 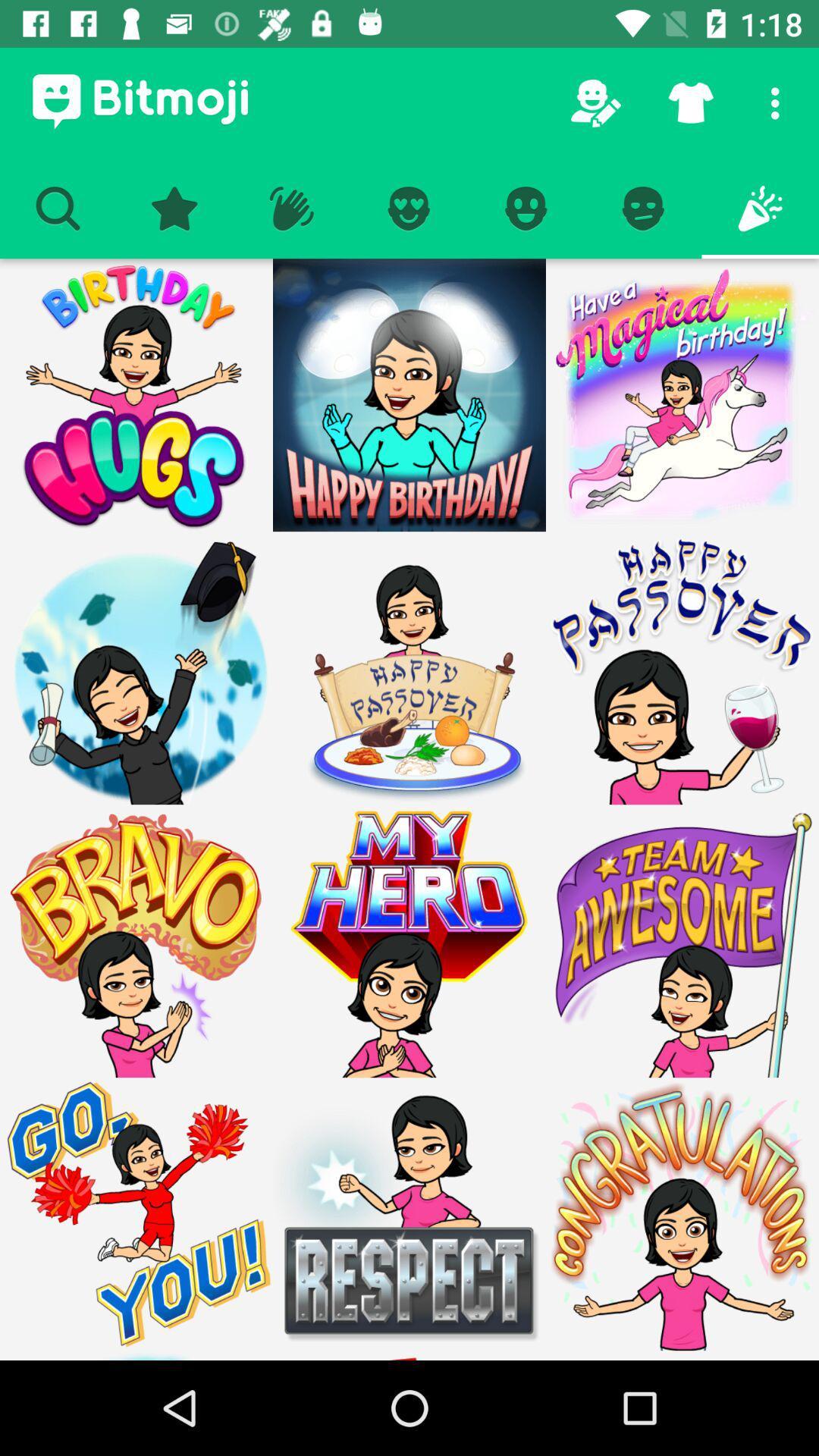 I want to click on this image was graduate happiness, so click(x=136, y=667).